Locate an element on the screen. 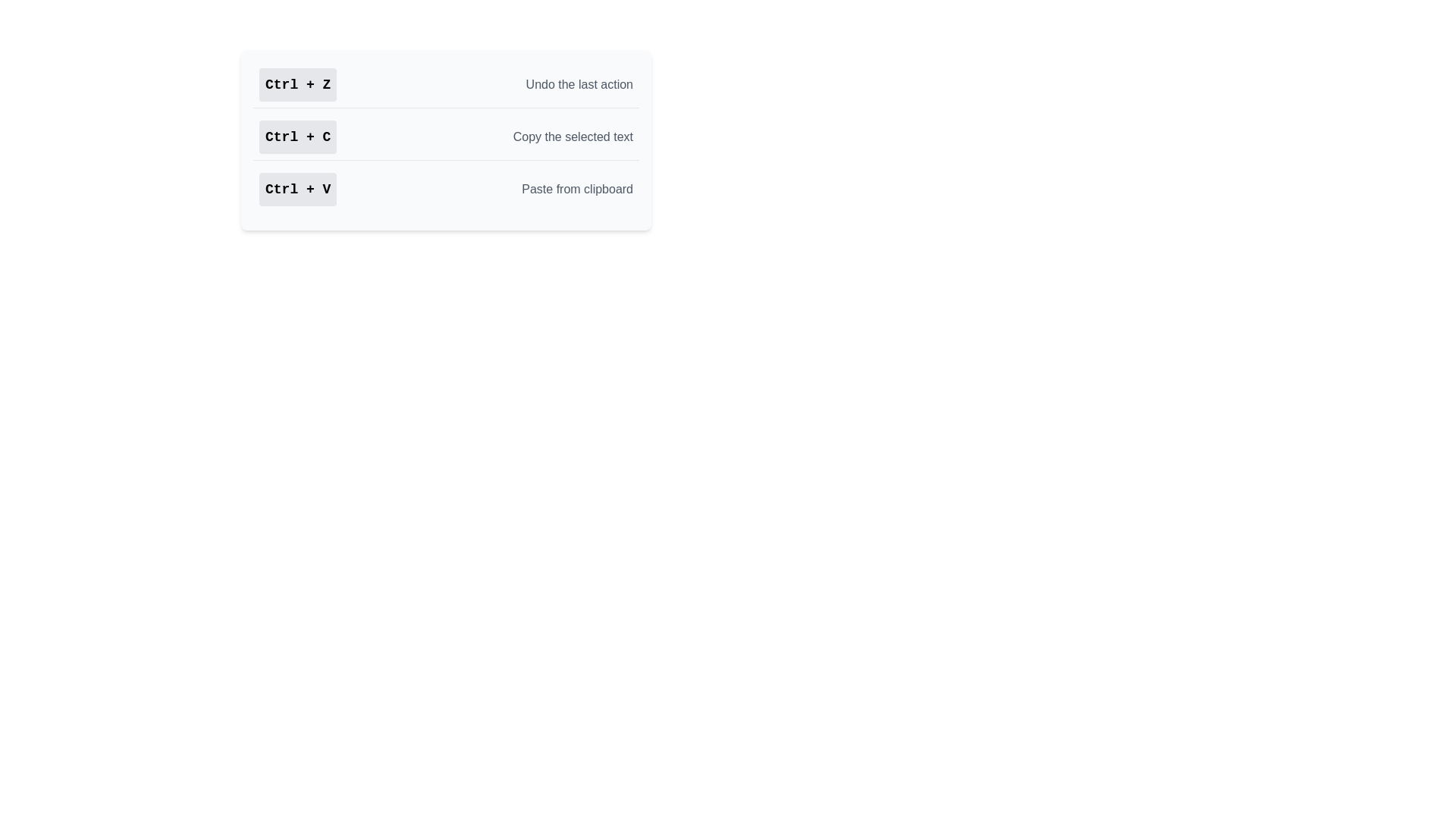 This screenshot has width=1456, height=819. the Information block that provides keyboard shortcuts and their functionalities, assisting users in learning or recalling key commands, as part of interactive navigation is located at coordinates (445, 140).